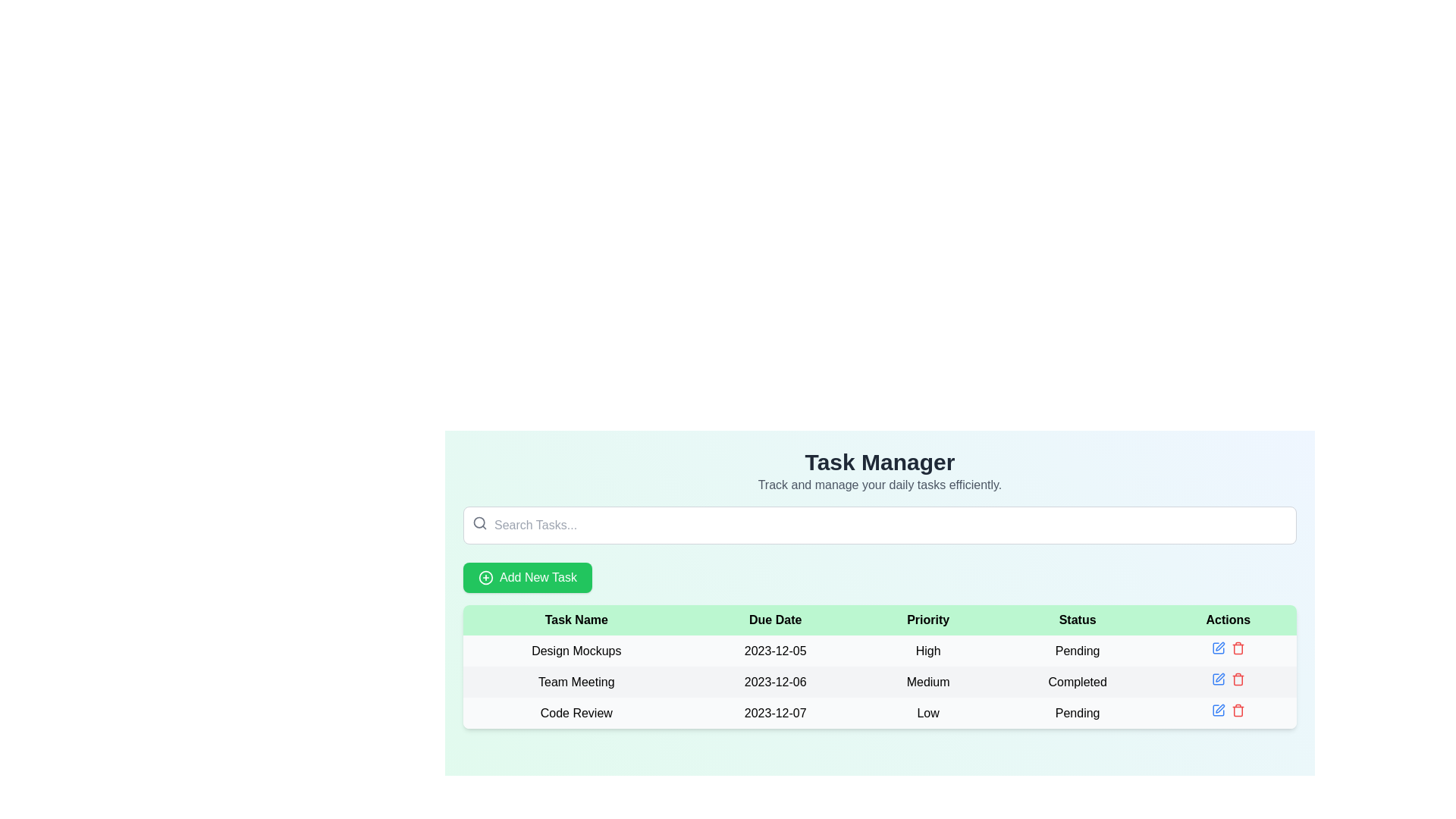 The image size is (1456, 819). Describe the element at coordinates (880, 485) in the screenshot. I see `the text element styled in a small gray-colored font that reads 'Track and manage your daily tasks efficiently', located immediately beneath the 'Task Manager' title` at that location.